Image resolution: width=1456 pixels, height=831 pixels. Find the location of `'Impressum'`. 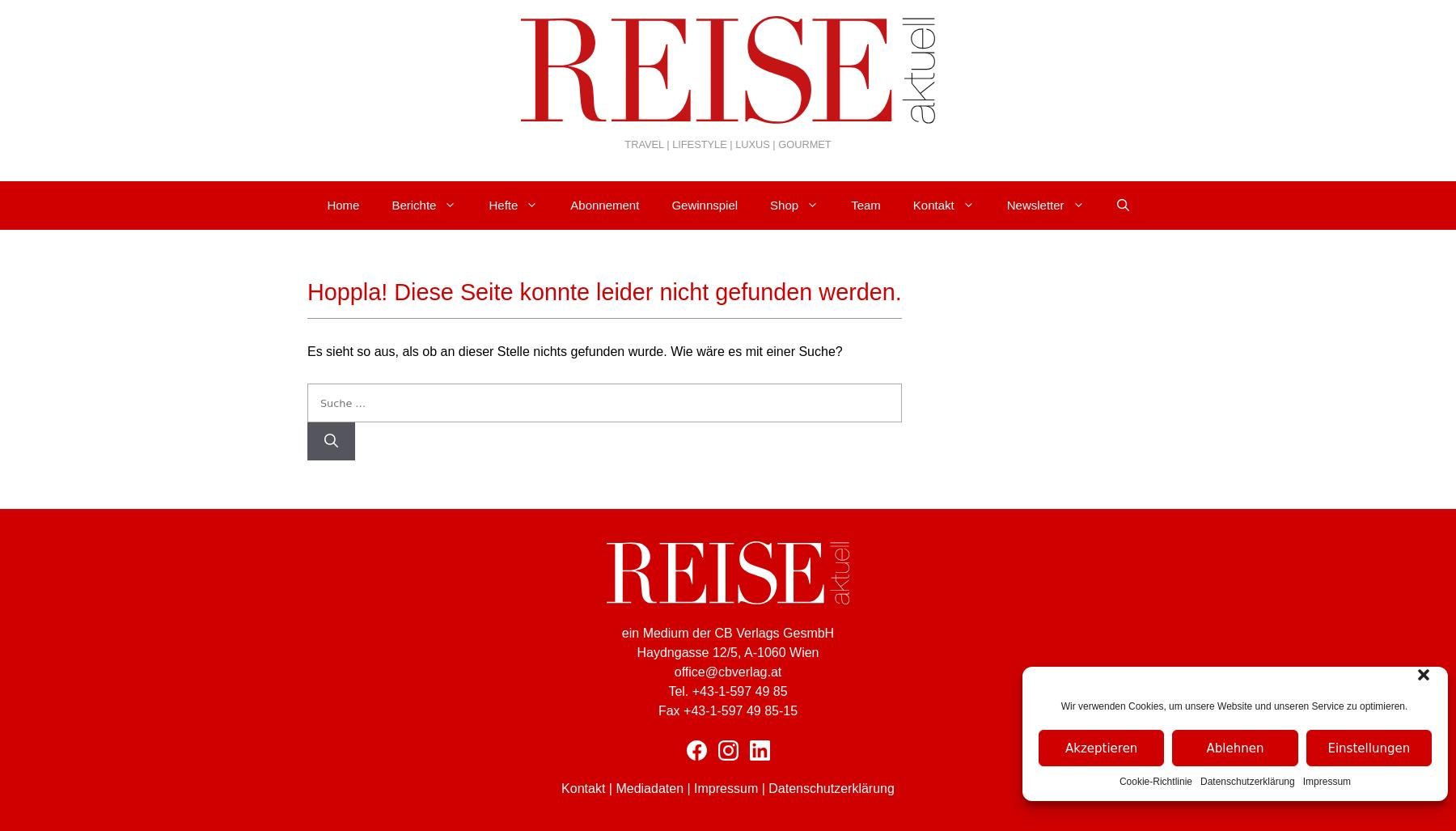

'Impressum' is located at coordinates (726, 787).